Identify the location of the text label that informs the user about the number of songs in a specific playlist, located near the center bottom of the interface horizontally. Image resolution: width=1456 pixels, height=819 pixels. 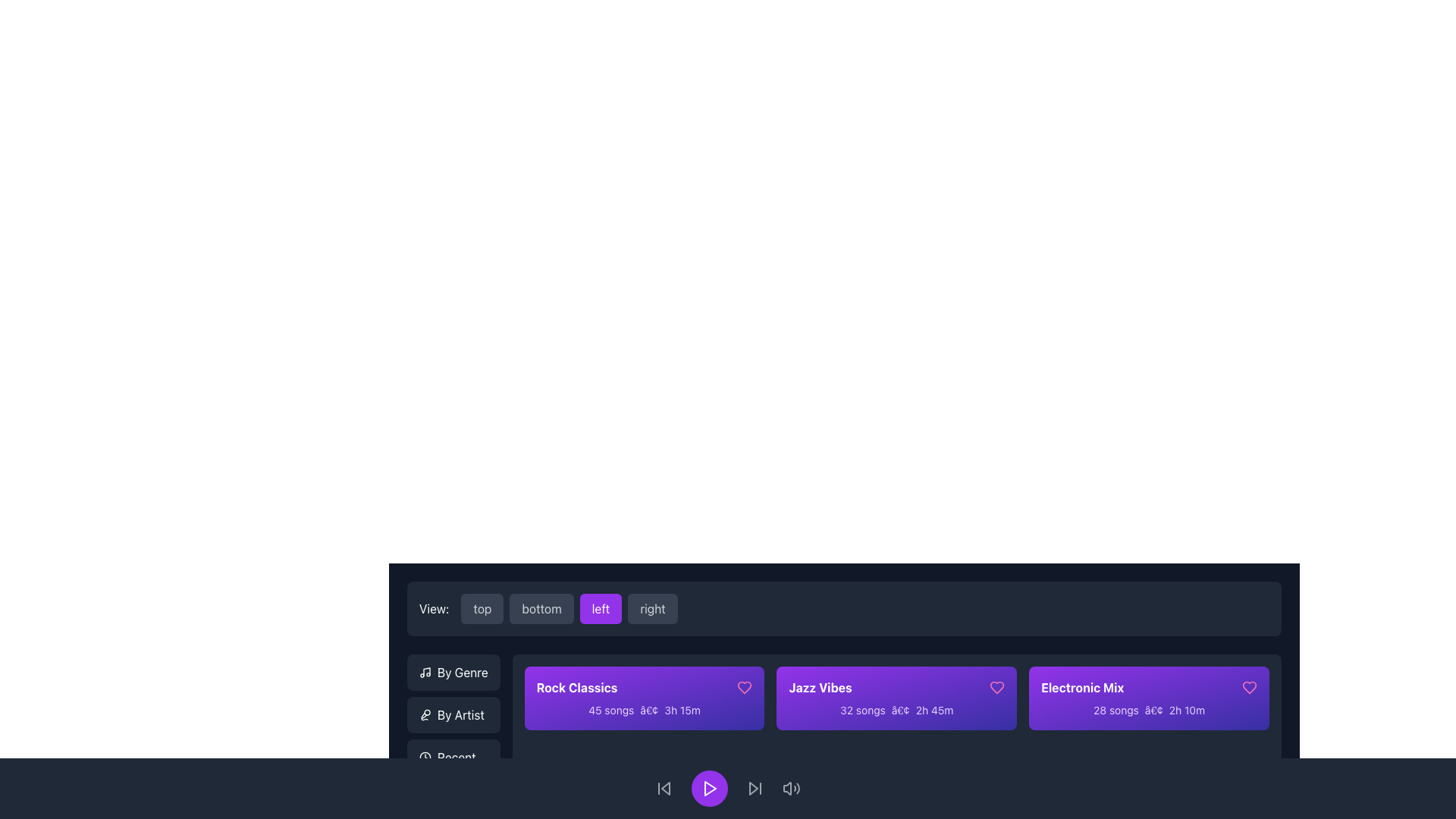
(1116, 710).